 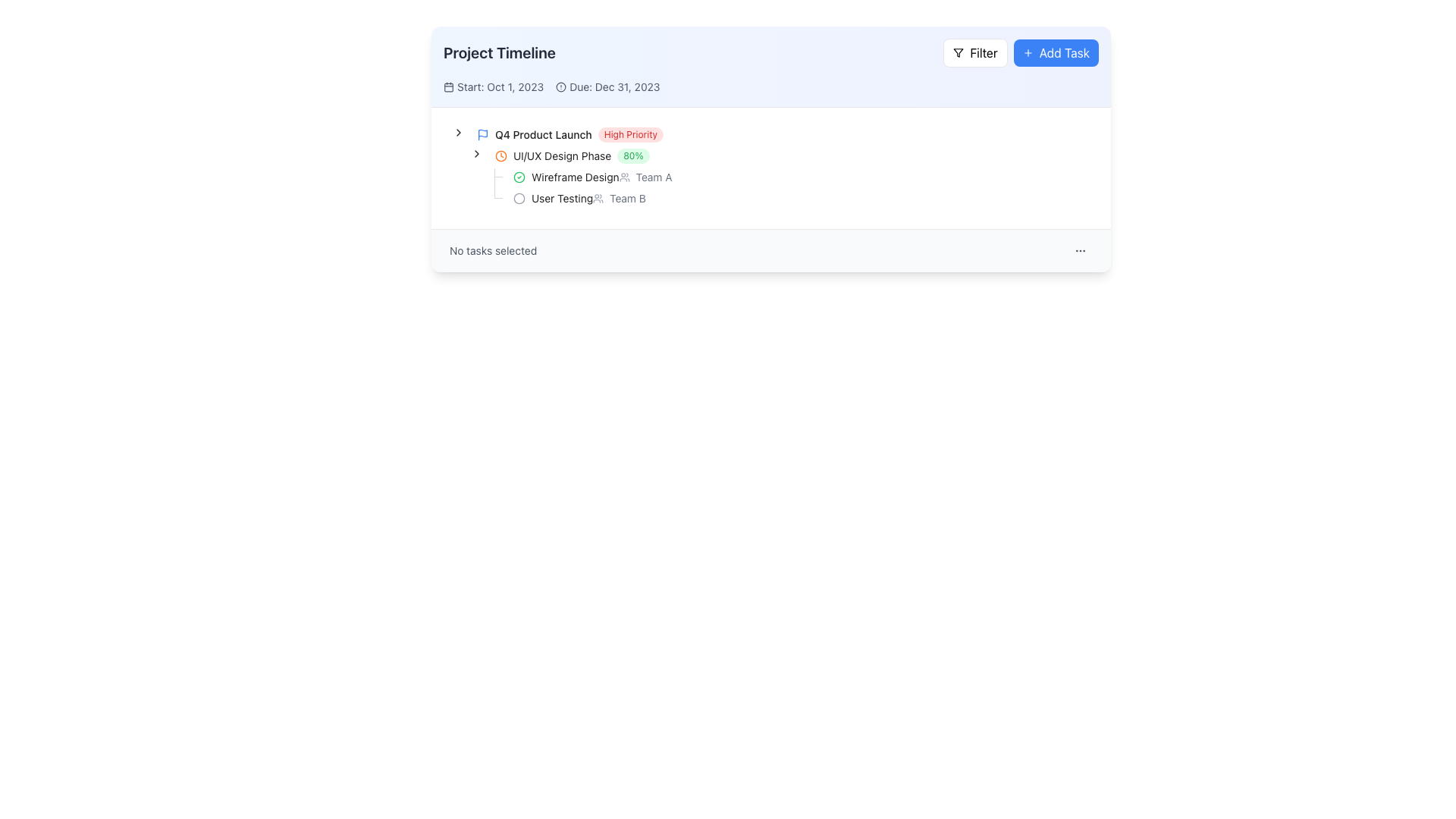 What do you see at coordinates (501, 155) in the screenshot?
I see `the inner circular feature of the clock icon located within the 'UI/UX Design Phase' entry of the project timeline` at bounding box center [501, 155].